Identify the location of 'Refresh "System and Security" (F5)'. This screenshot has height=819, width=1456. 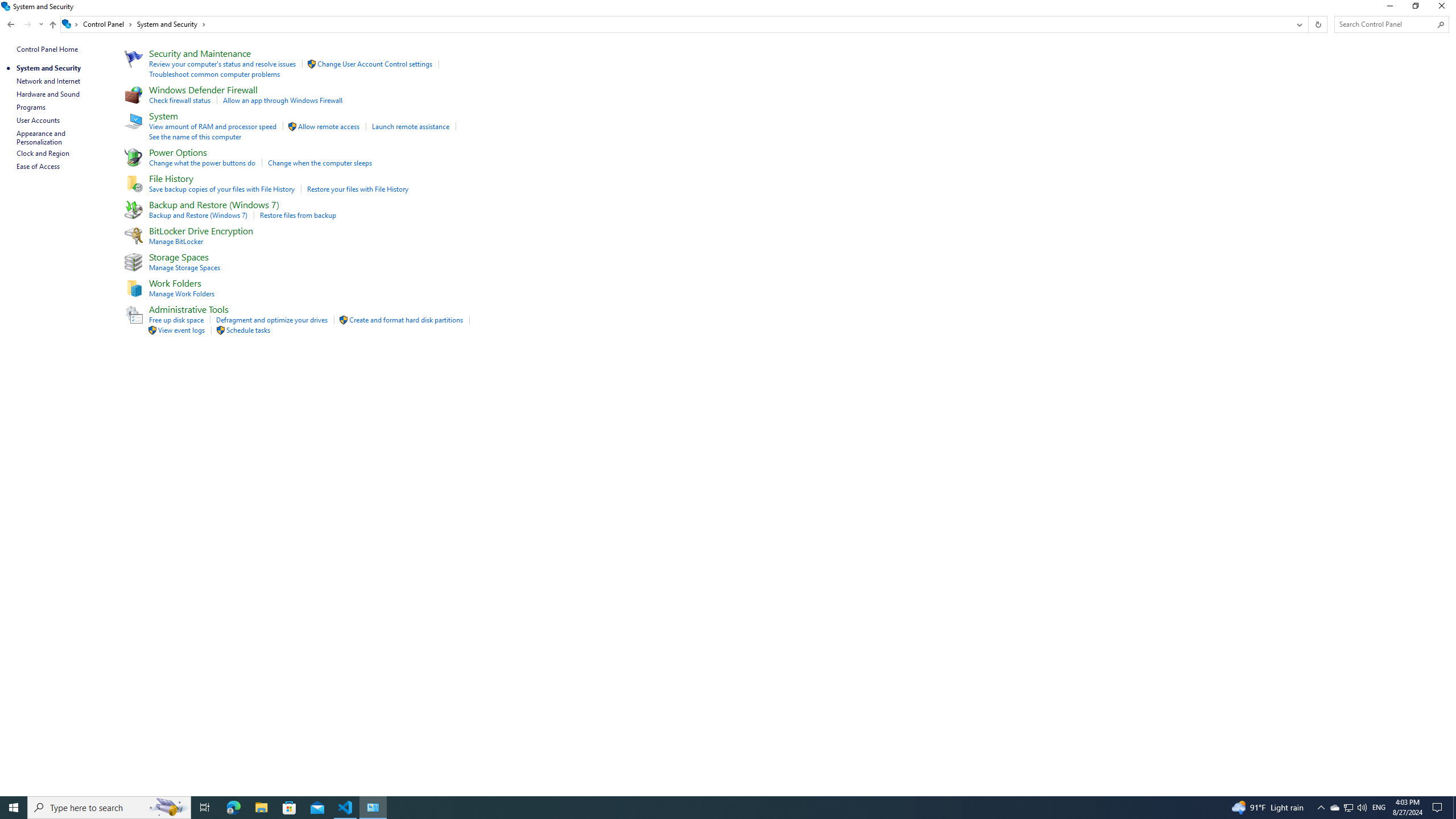
(1317, 24).